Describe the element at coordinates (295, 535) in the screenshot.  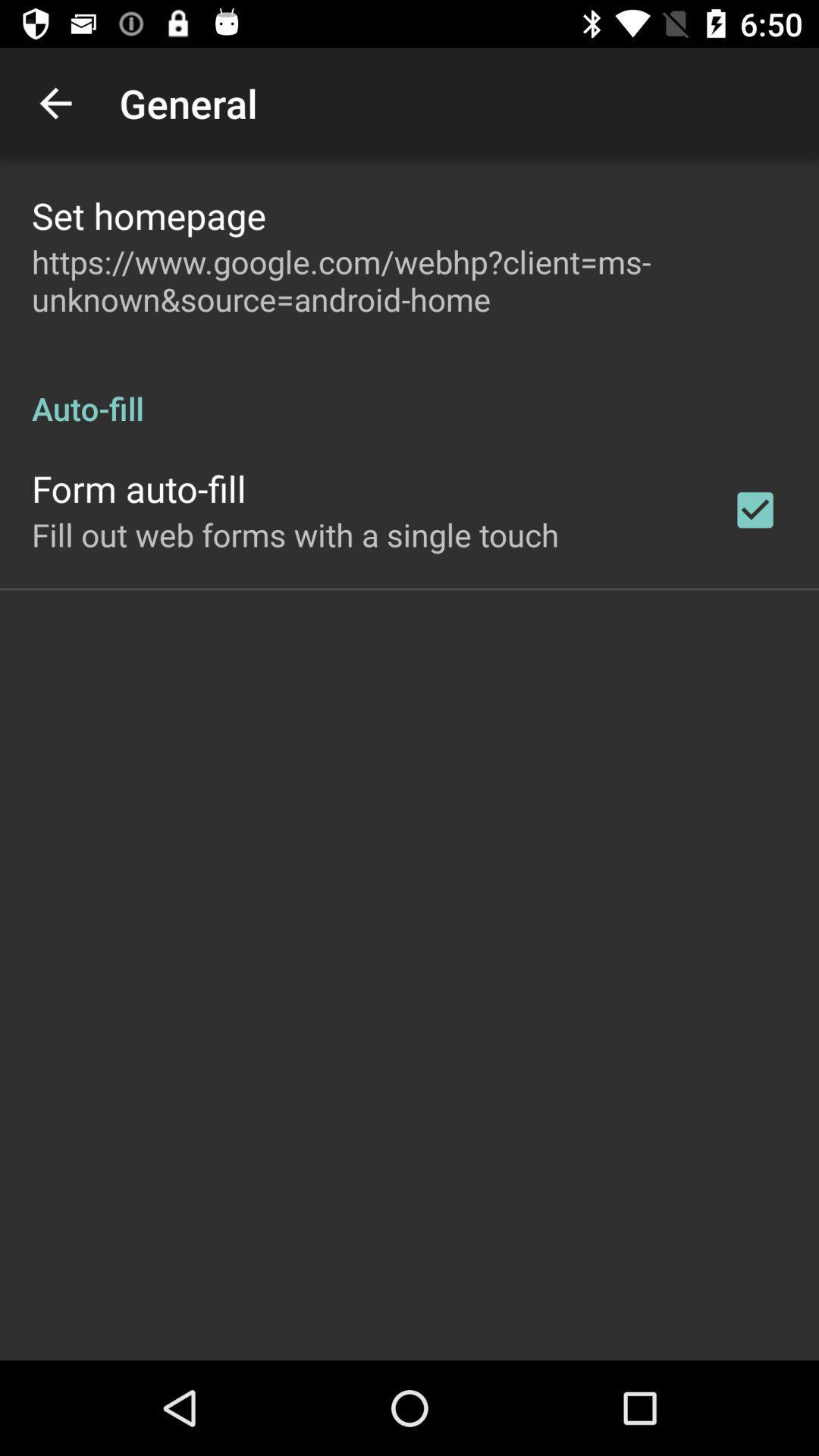
I see `the app at the center` at that location.